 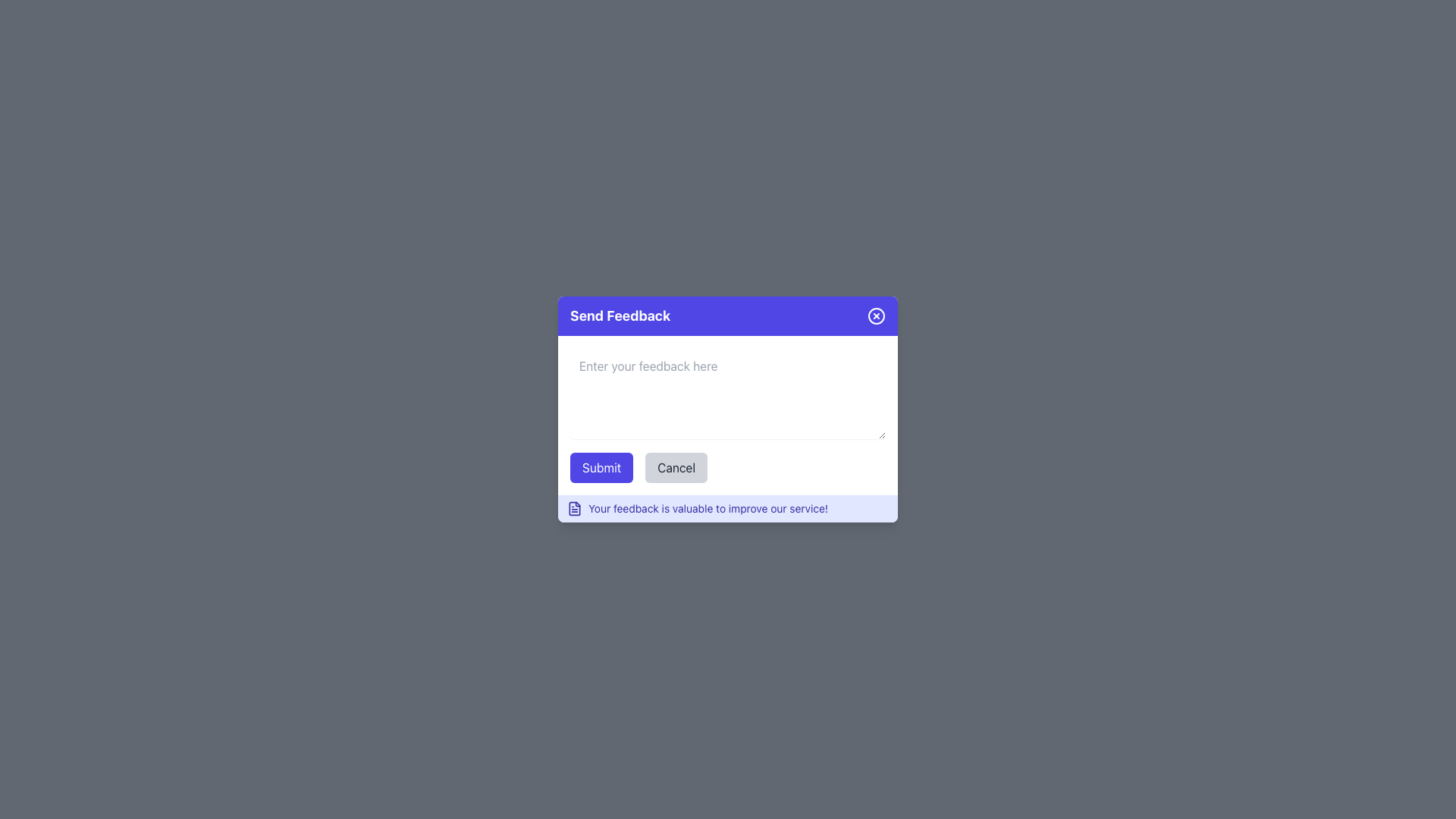 What do you see at coordinates (877, 315) in the screenshot?
I see `the 'Close' or 'Cancel' button located in the top-right corner of the purple header titled 'Send Feedback'` at bounding box center [877, 315].